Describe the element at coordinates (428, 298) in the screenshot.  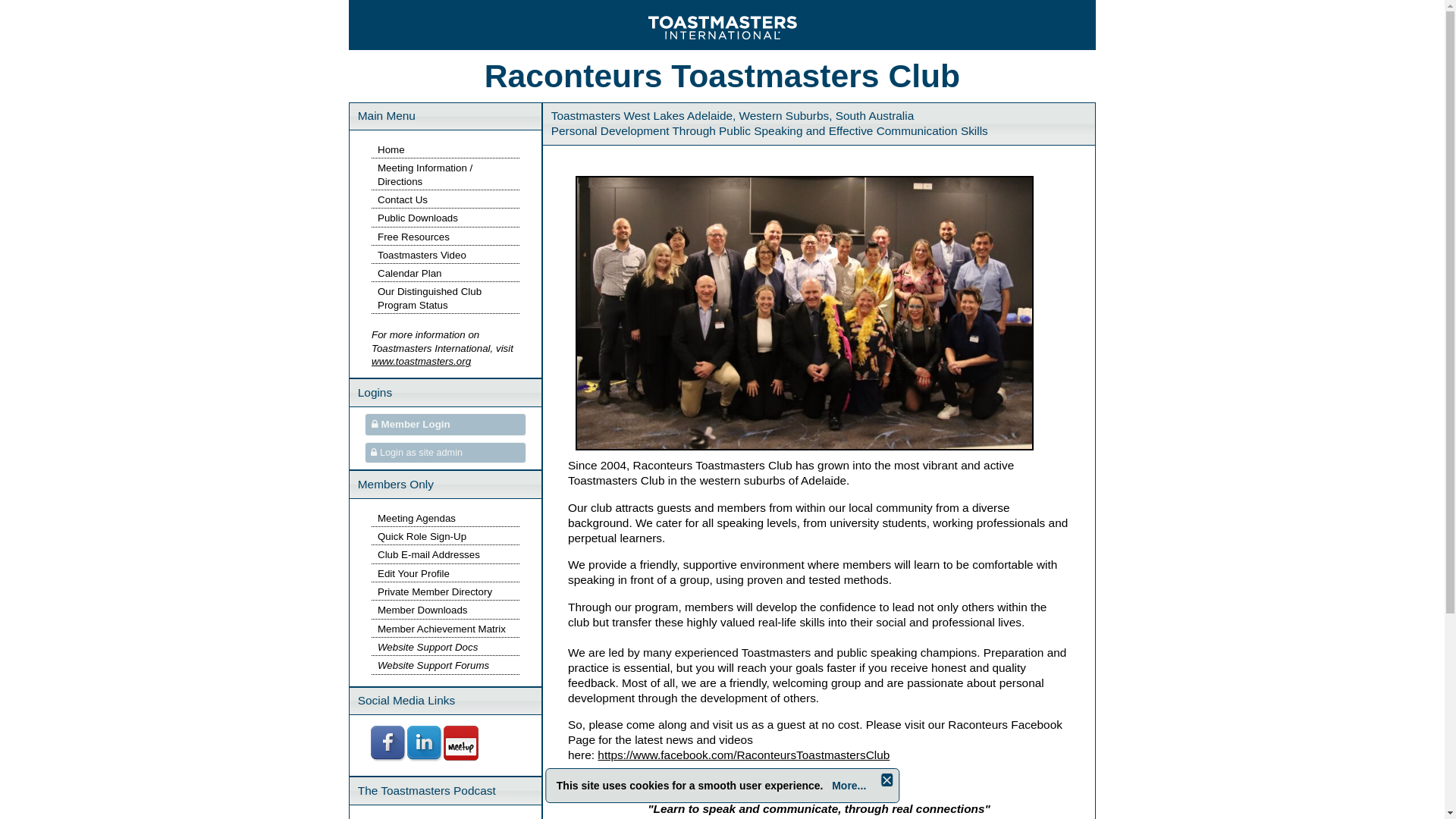
I see `'Our Distinguished Club Program Status'` at that location.